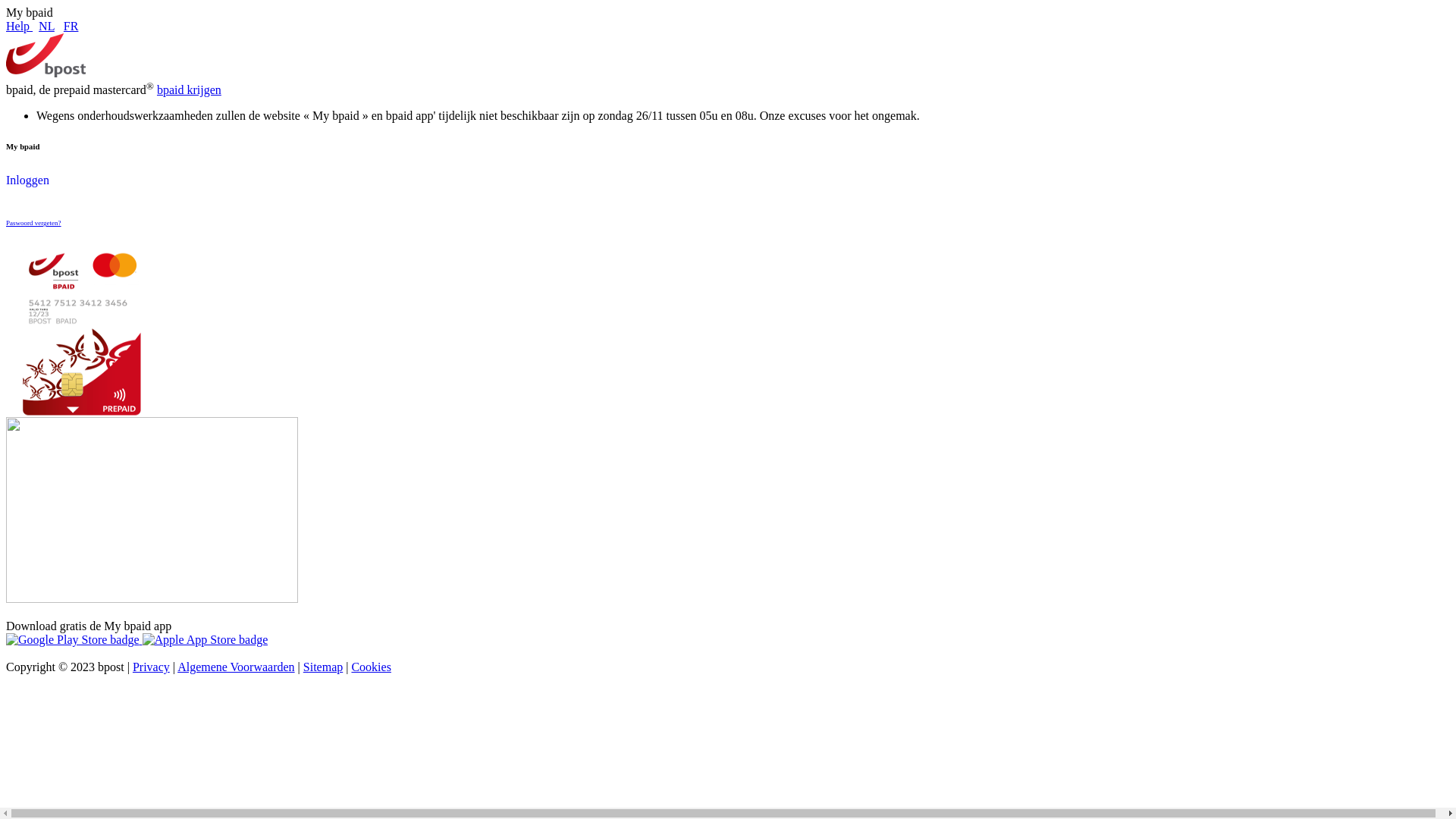  Describe the element at coordinates (188, 89) in the screenshot. I see `'bpaid krijgen'` at that location.